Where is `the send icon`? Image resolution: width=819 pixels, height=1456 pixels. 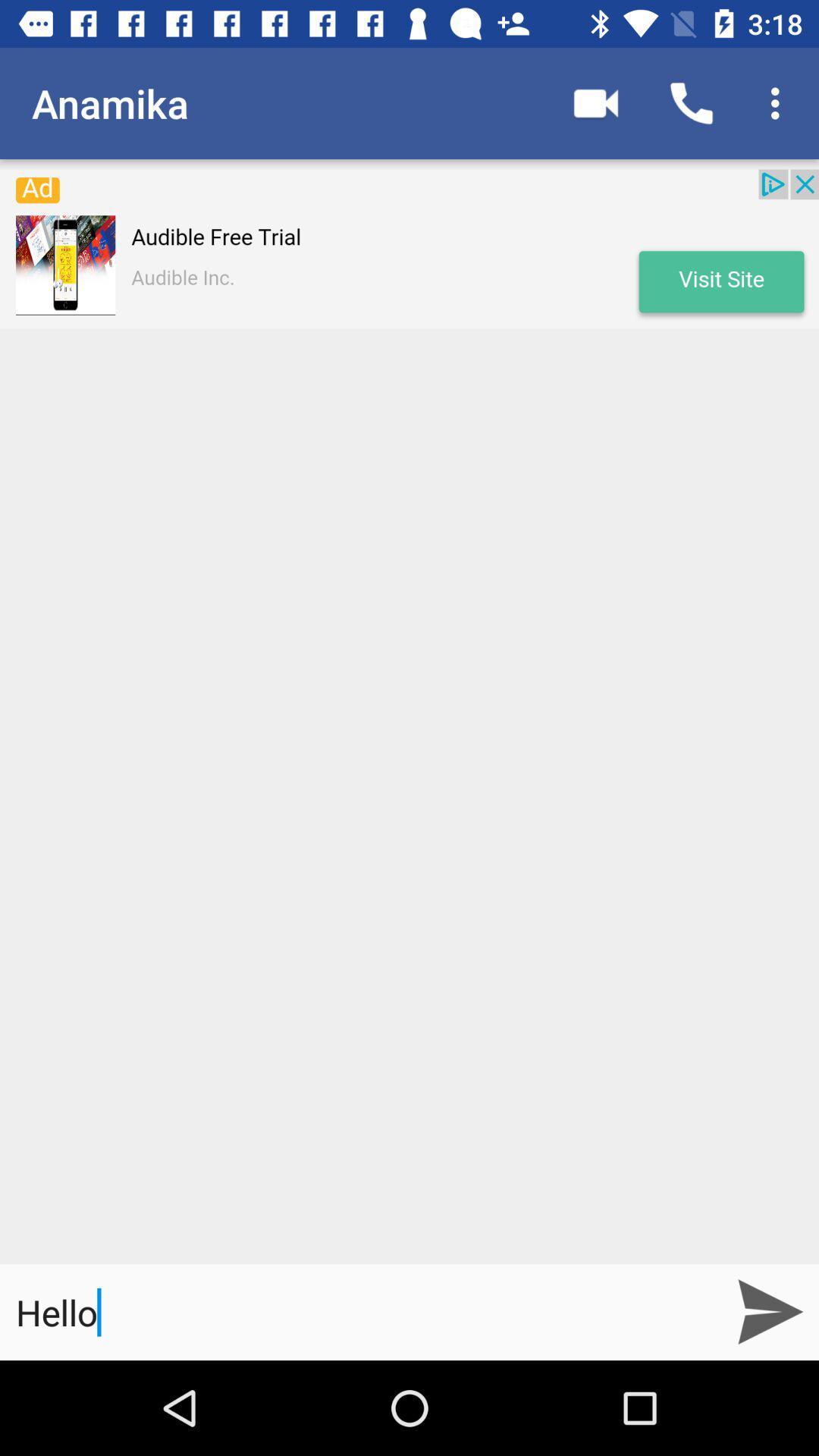 the send icon is located at coordinates (771, 1311).